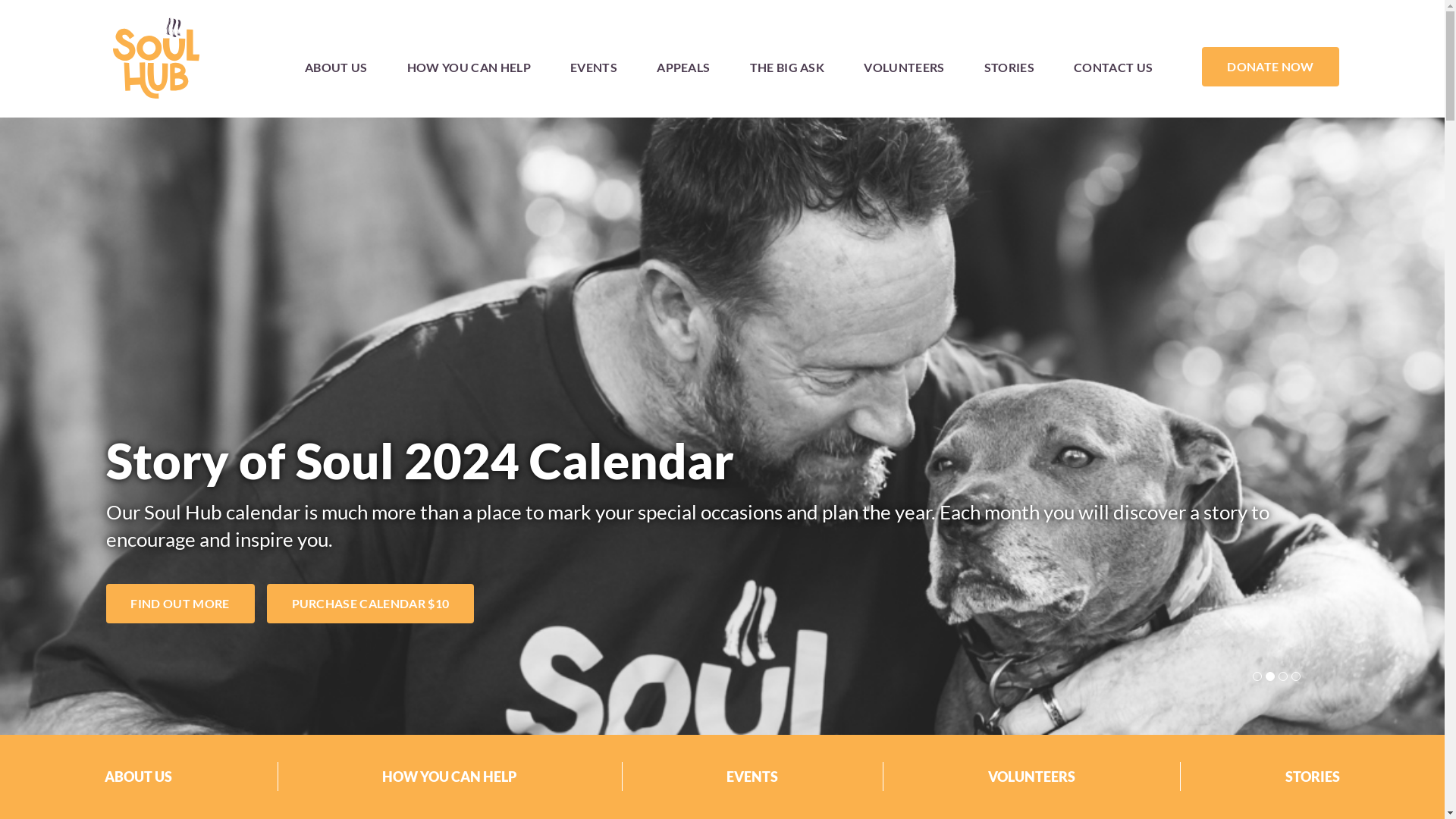 The image size is (1456, 819). What do you see at coordinates (335, 65) in the screenshot?
I see `'ABOUT US'` at bounding box center [335, 65].